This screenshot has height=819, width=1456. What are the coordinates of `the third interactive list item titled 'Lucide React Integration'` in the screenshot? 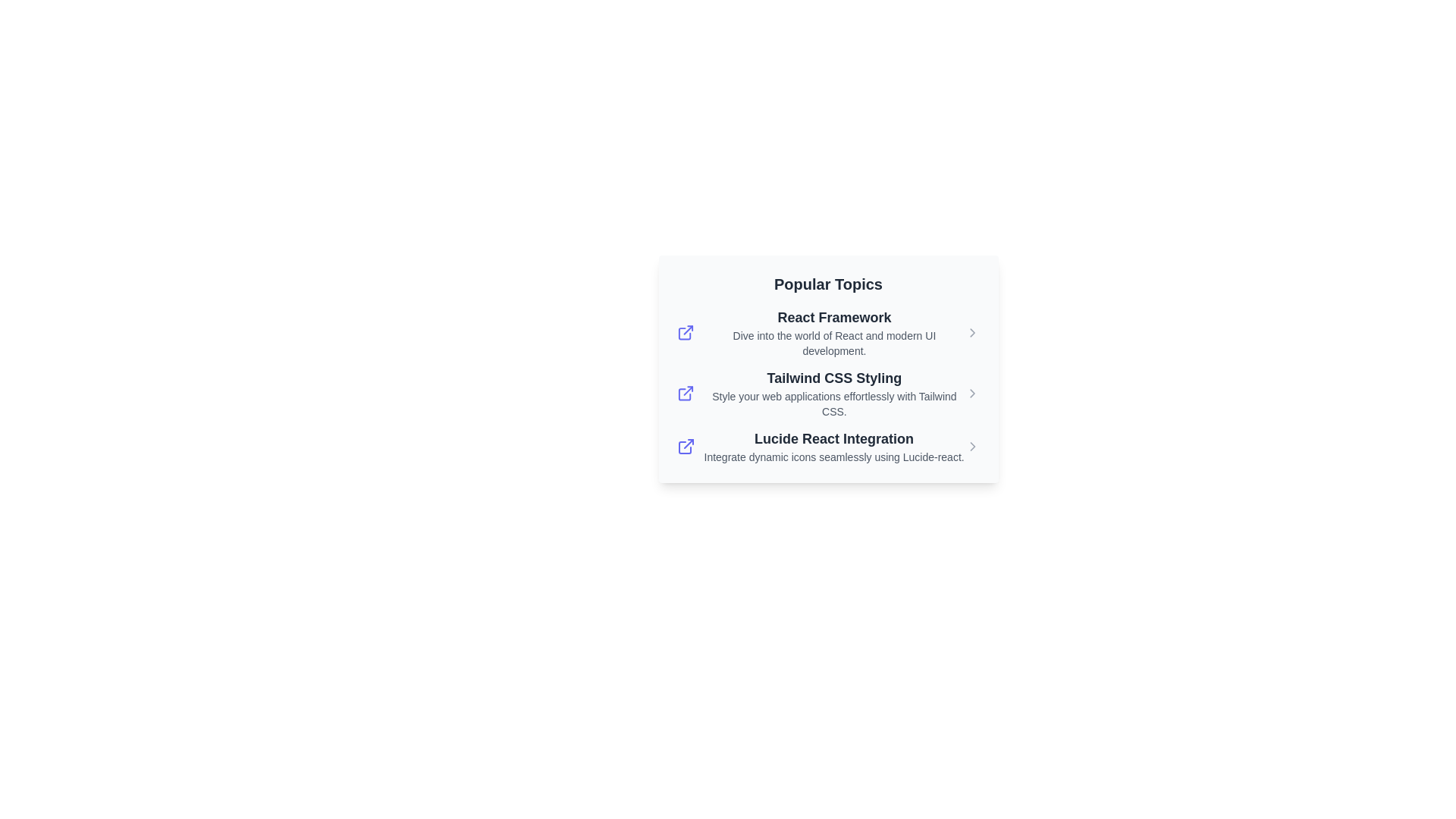 It's located at (827, 446).